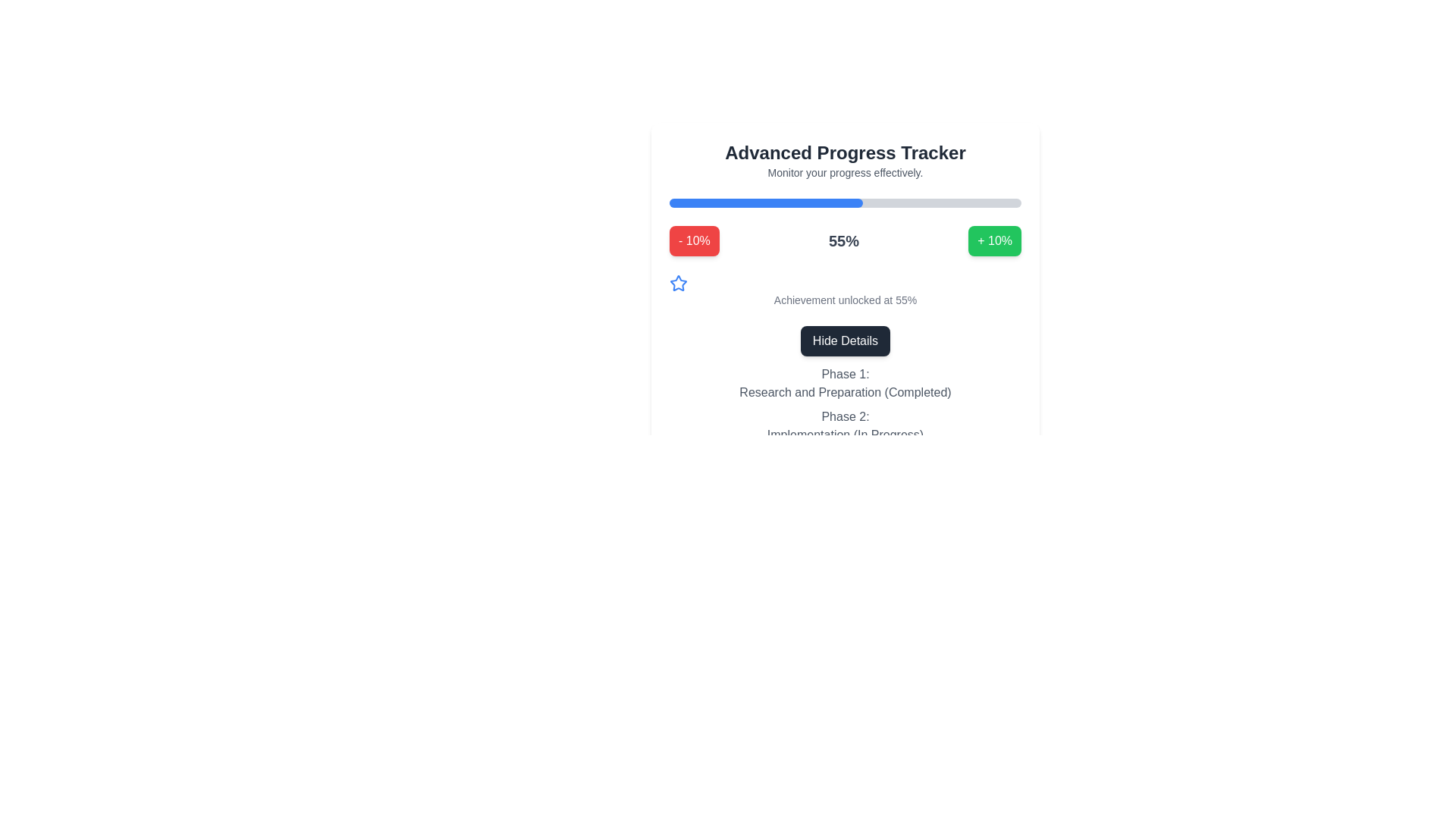 This screenshot has width=1456, height=819. What do you see at coordinates (844, 291) in the screenshot?
I see `the label displaying 'Achievement unlocked at 55%' with a blue star icon to its left, located beneath the '55%' progress indicator and above the 'Hide Details' button` at bounding box center [844, 291].